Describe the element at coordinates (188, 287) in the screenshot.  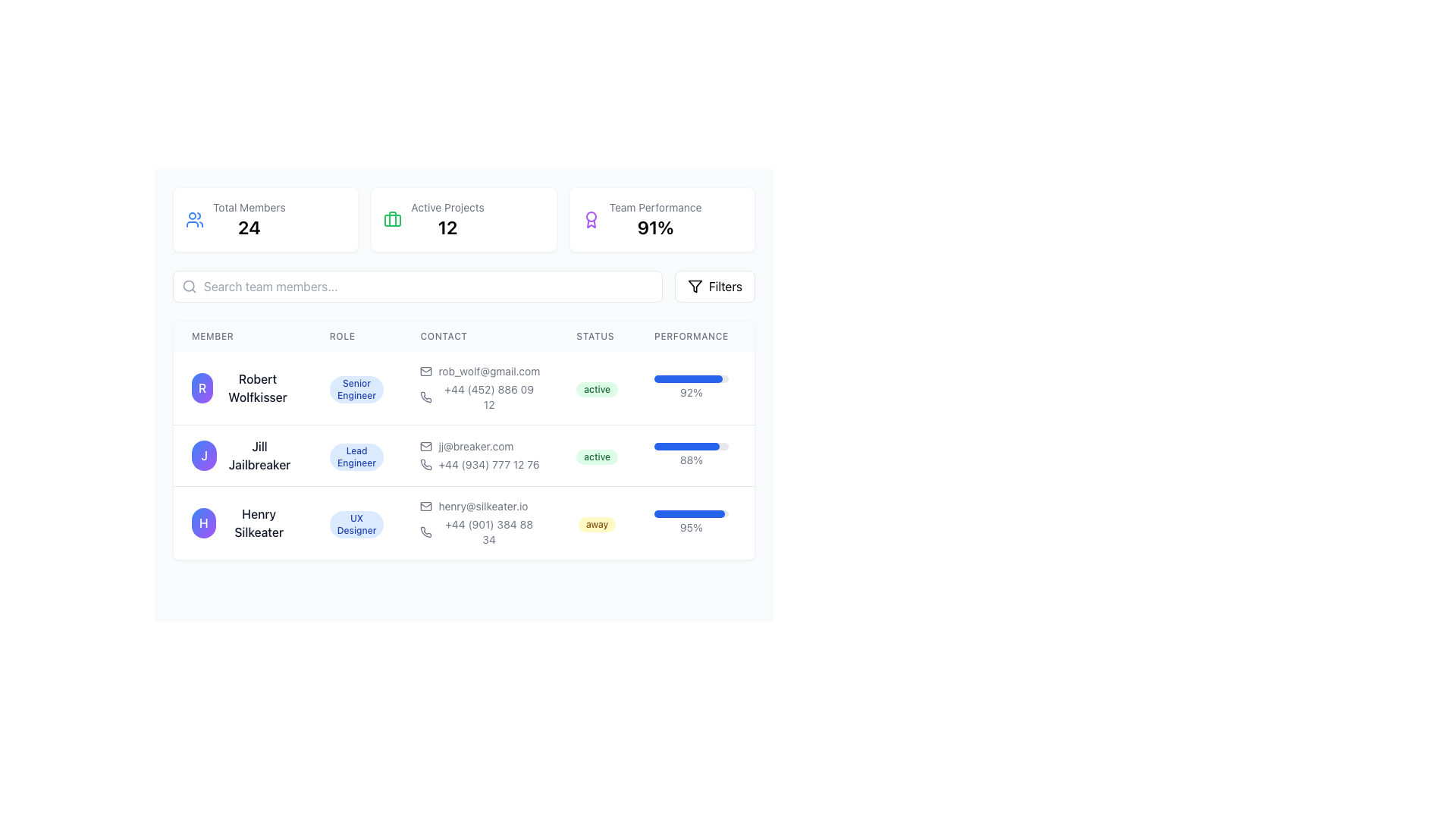
I see `the search icon located at the far left of the search input field, which enhances usability for searching team members` at that location.